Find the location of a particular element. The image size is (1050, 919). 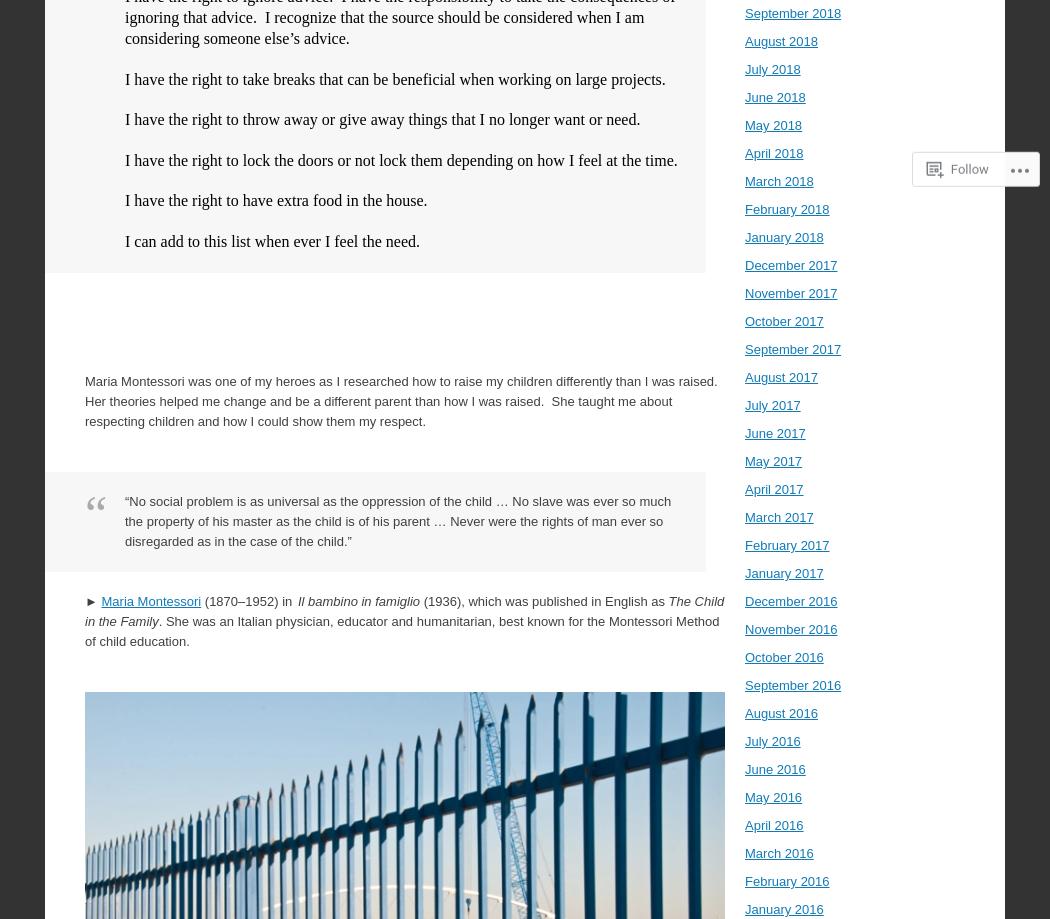

'Il bambino in famiglio' is located at coordinates (357, 601).